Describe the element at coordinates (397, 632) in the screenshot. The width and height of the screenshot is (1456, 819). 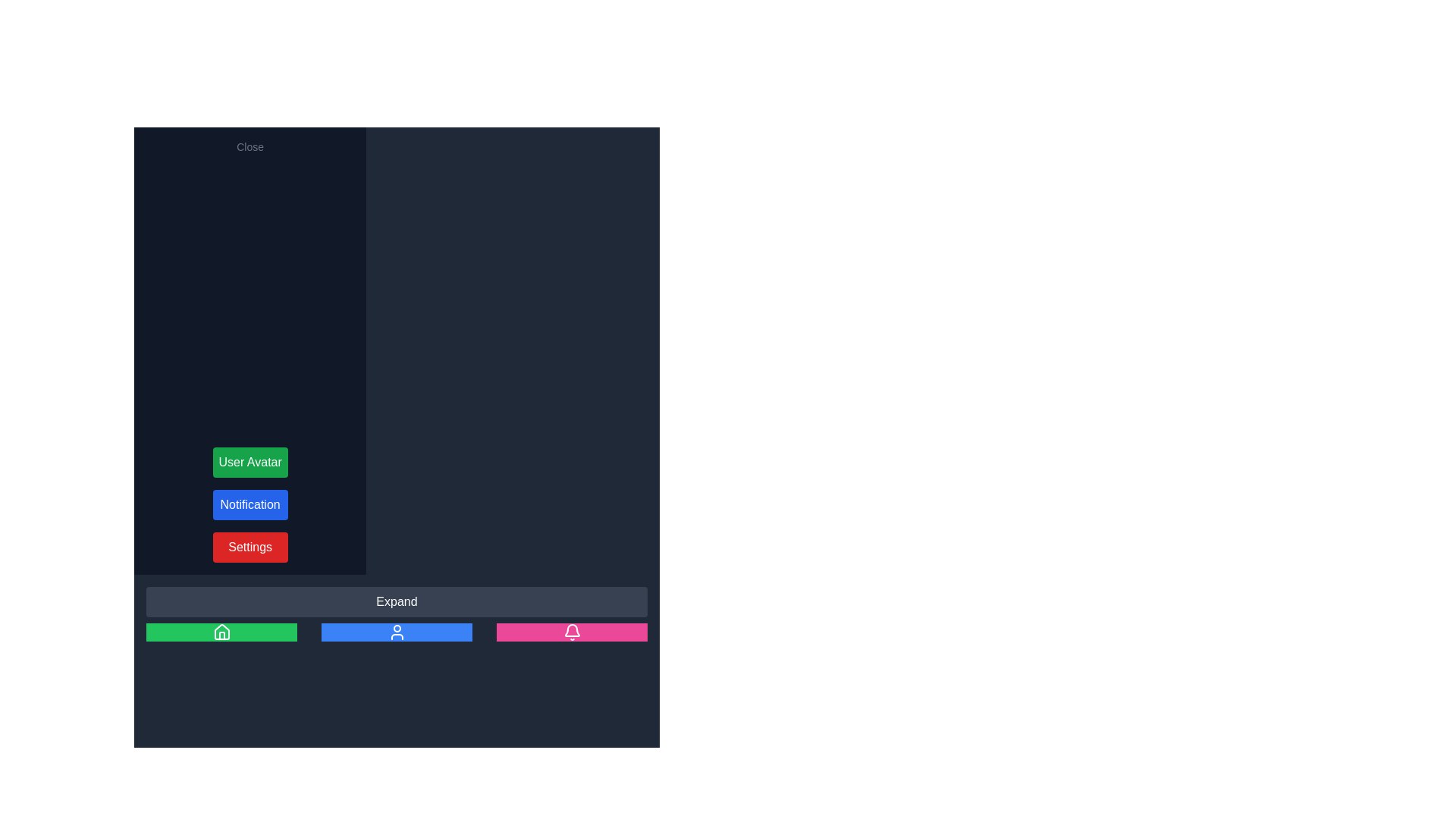
I see `the 'User Profile' icon button located in the bottom navigation row` at that location.